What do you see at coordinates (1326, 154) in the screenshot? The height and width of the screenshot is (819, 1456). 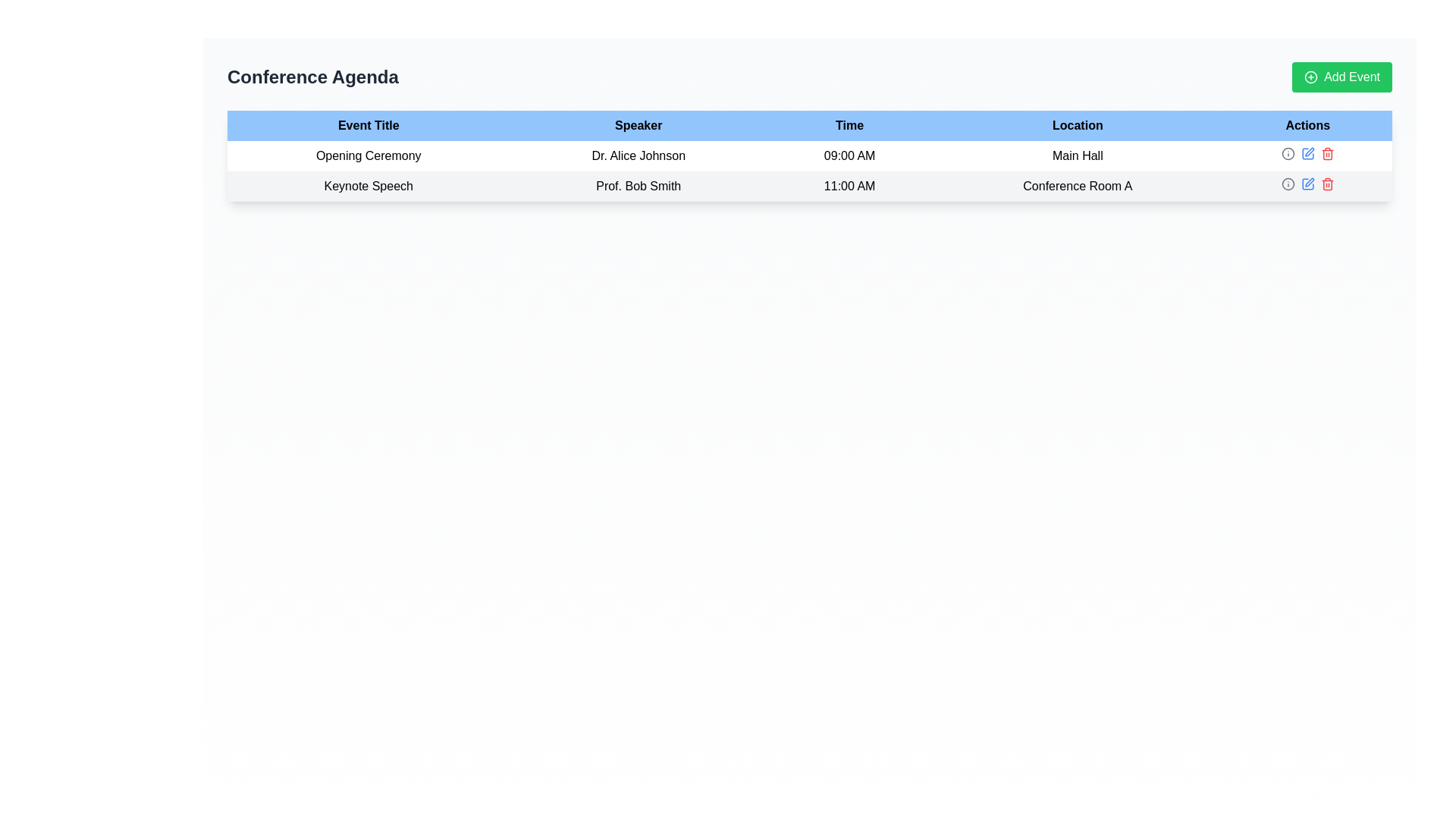 I see `the red trash can icon in the 'Actions' column` at bounding box center [1326, 154].